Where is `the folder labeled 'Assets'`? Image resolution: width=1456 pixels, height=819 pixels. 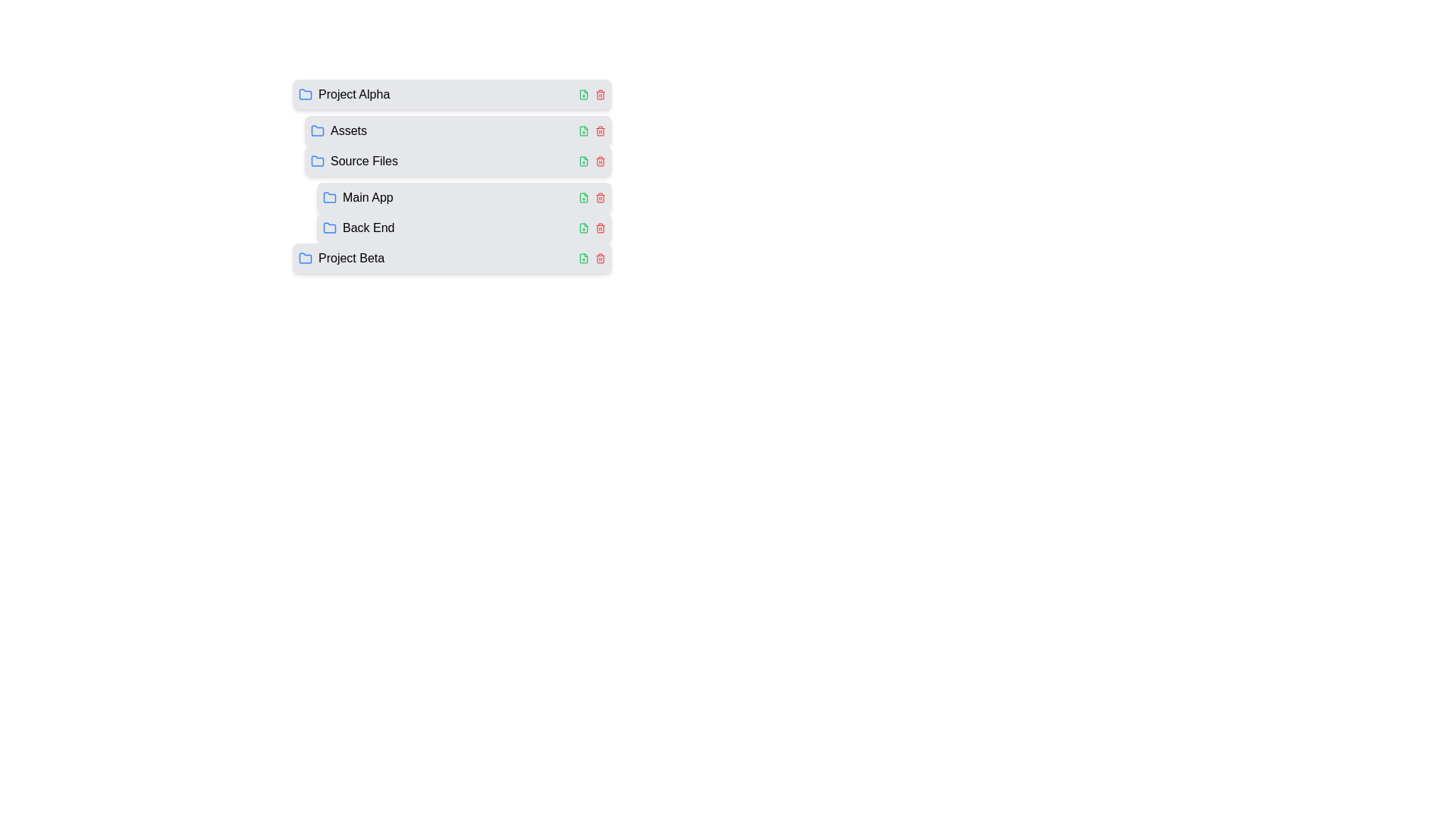
the folder labeled 'Assets' is located at coordinates (337, 130).